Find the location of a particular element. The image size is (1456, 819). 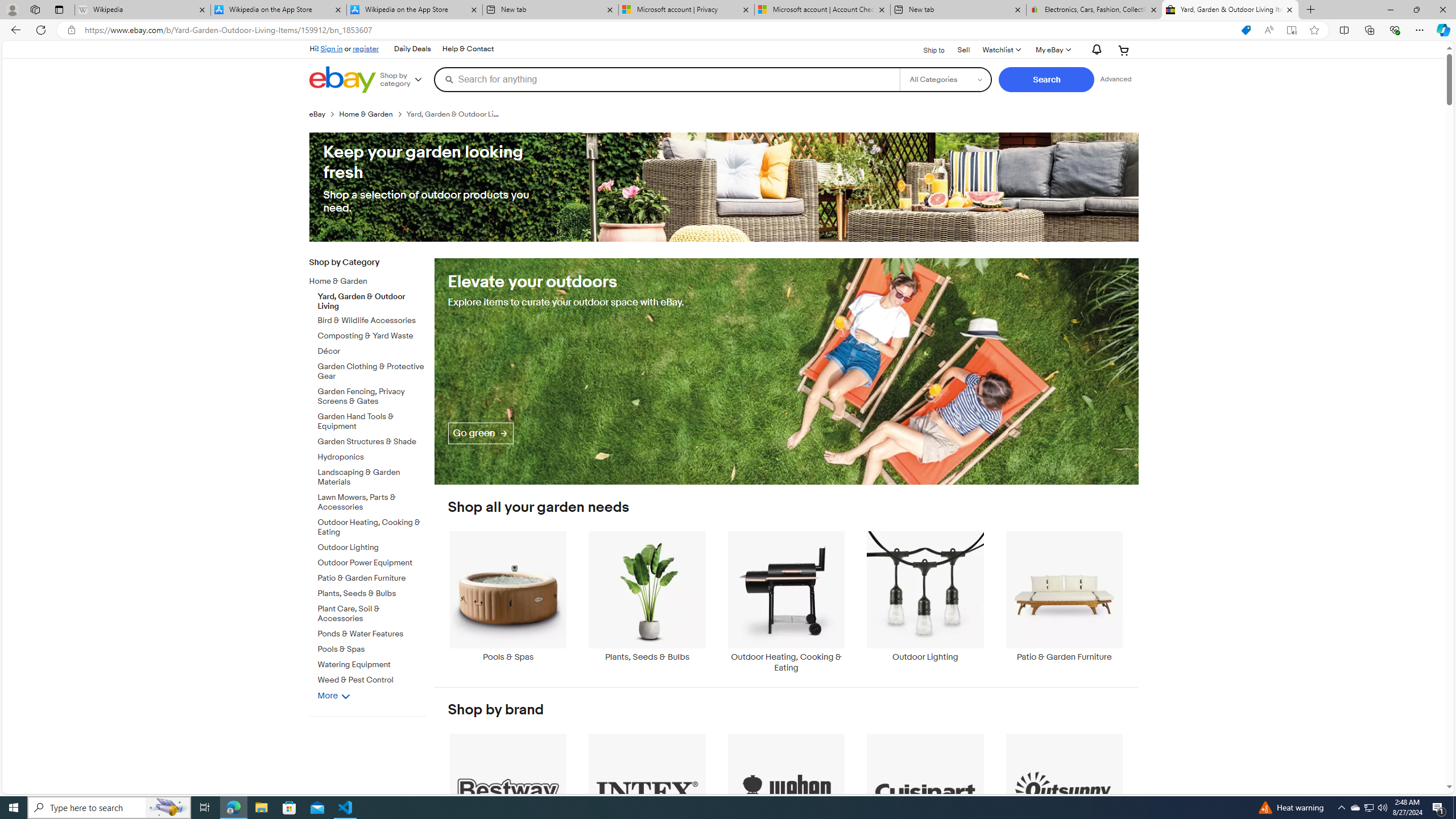

'Bird & Wildlife Accessories' is located at coordinates (371, 318).